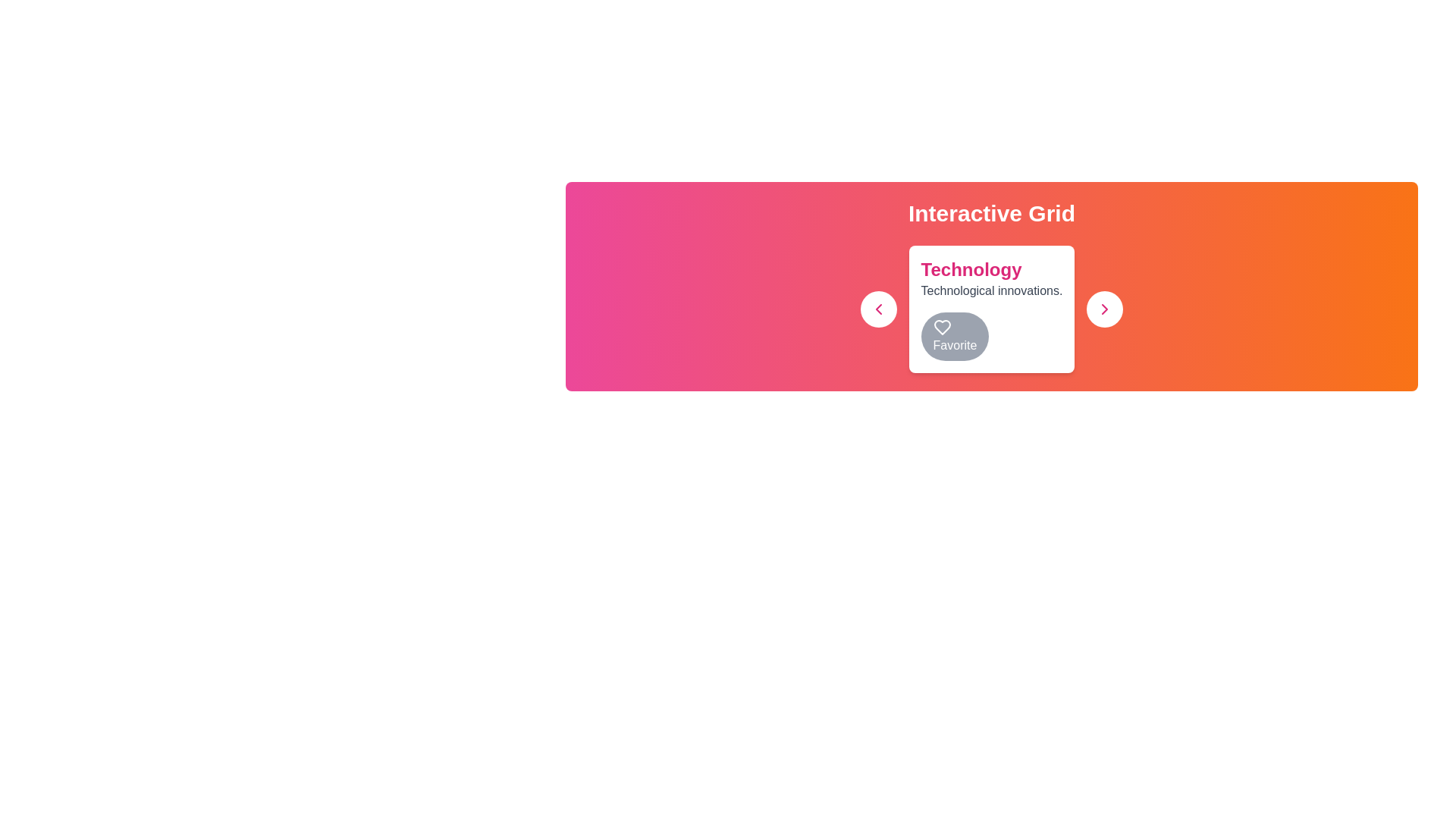 The width and height of the screenshot is (1456, 819). I want to click on the heart-shaped icon inside the circular button labeled 'Favorite' located in the bottom-left corner of the 'Technology' card in the 'Interactive Grid' section, so click(941, 327).